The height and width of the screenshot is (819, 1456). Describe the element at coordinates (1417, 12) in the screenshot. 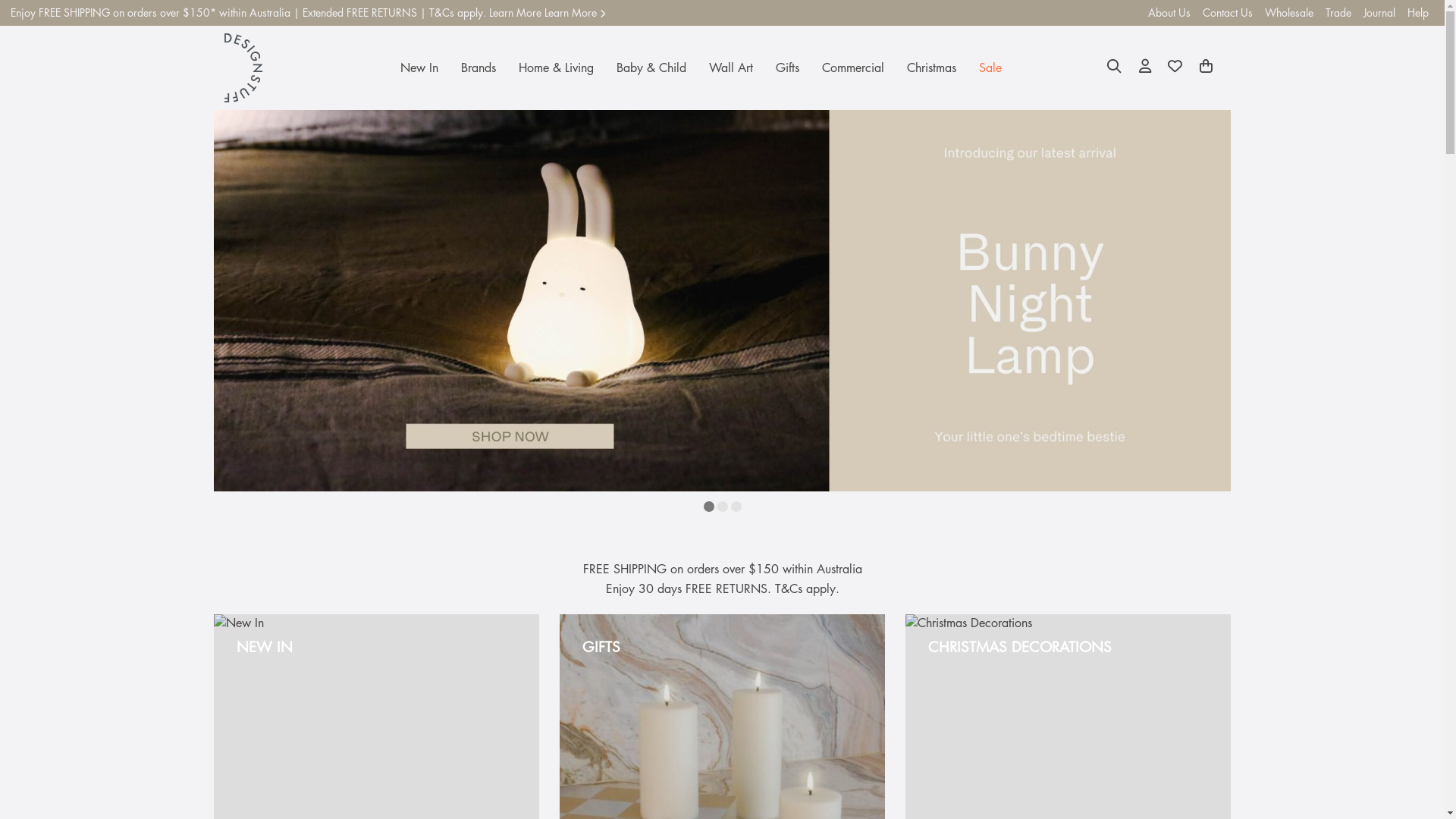

I see `'Help'` at that location.